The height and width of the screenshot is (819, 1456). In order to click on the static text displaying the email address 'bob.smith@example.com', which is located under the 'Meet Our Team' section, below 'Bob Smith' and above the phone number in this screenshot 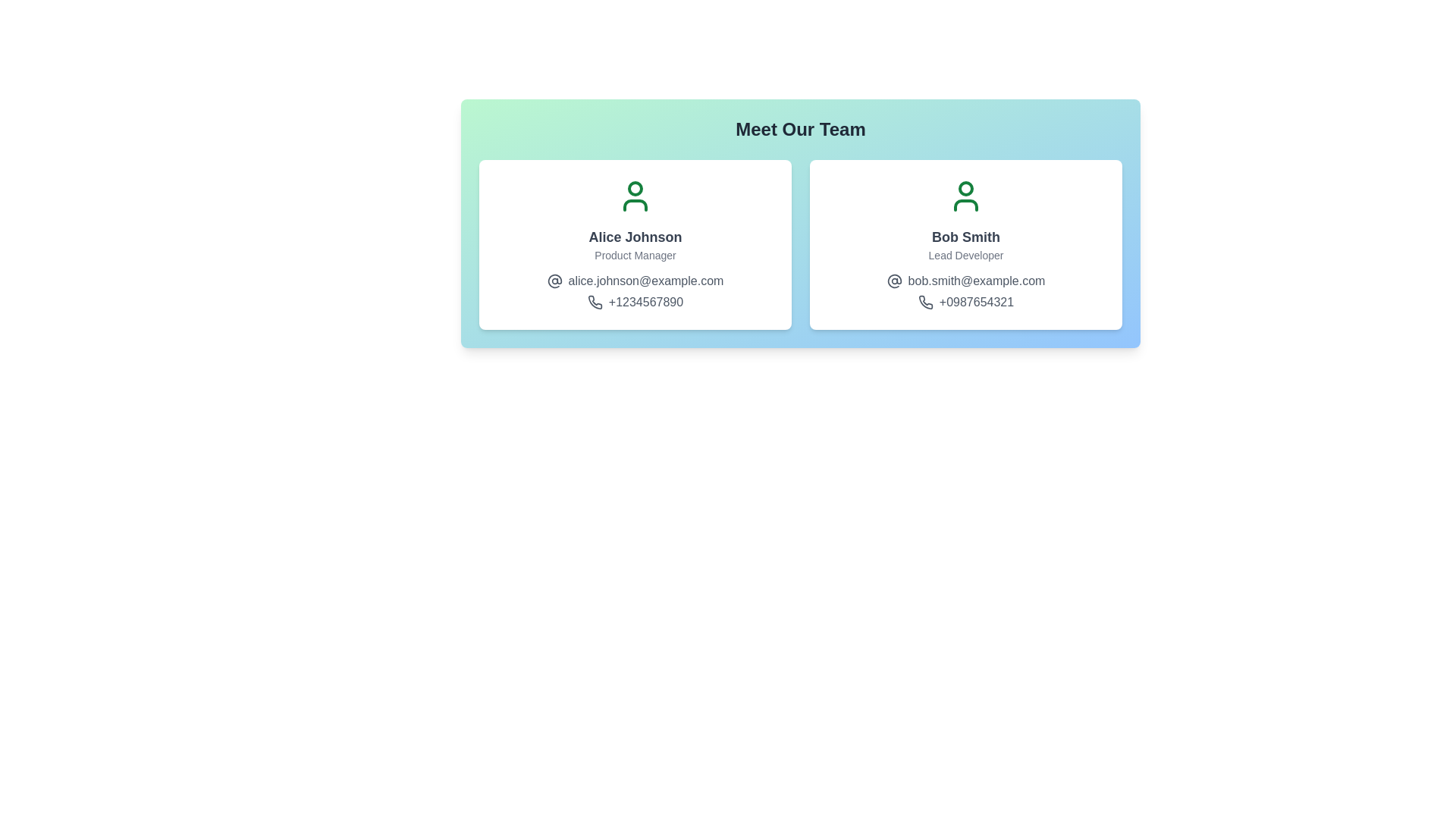, I will do `click(976, 281)`.